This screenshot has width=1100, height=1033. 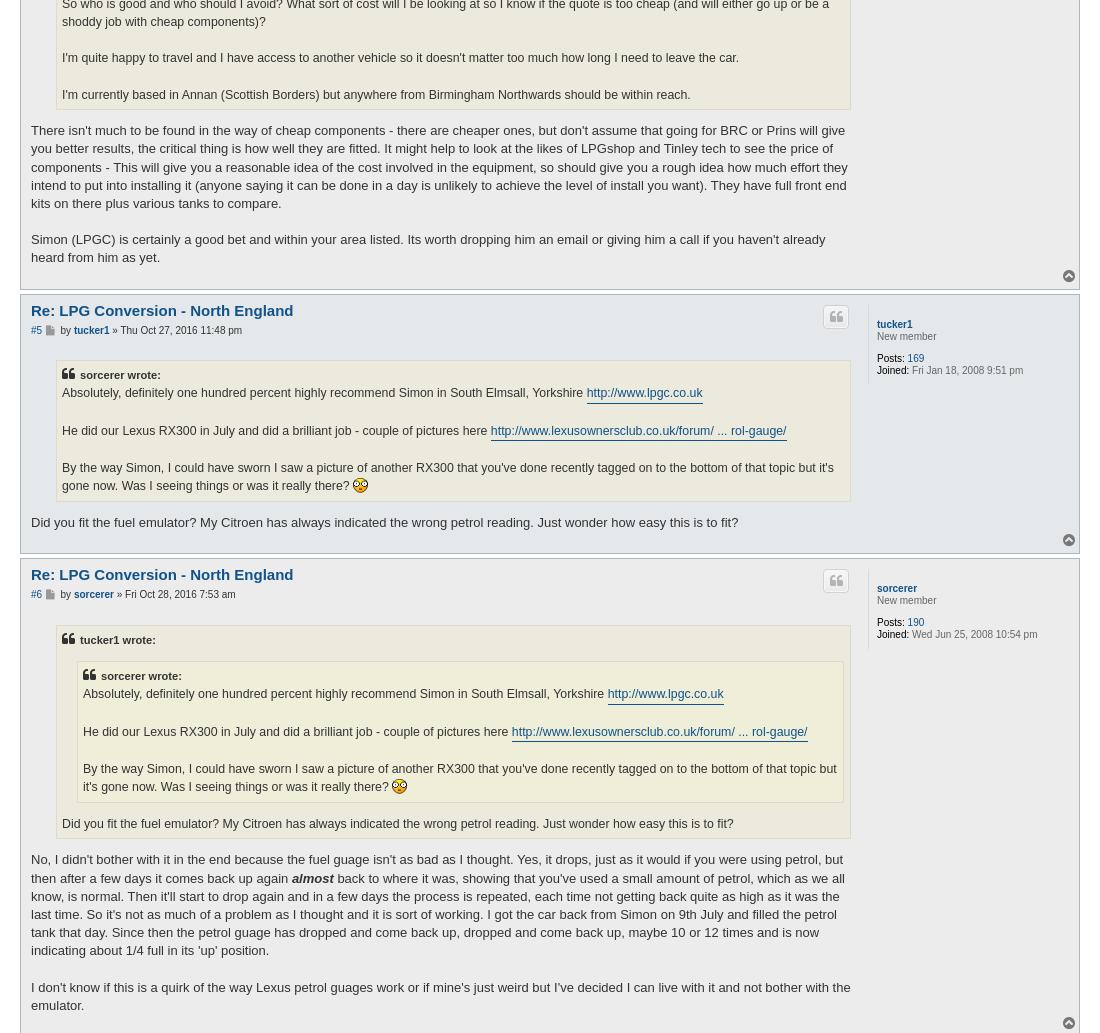 I want to click on '#5', so click(x=35, y=328).